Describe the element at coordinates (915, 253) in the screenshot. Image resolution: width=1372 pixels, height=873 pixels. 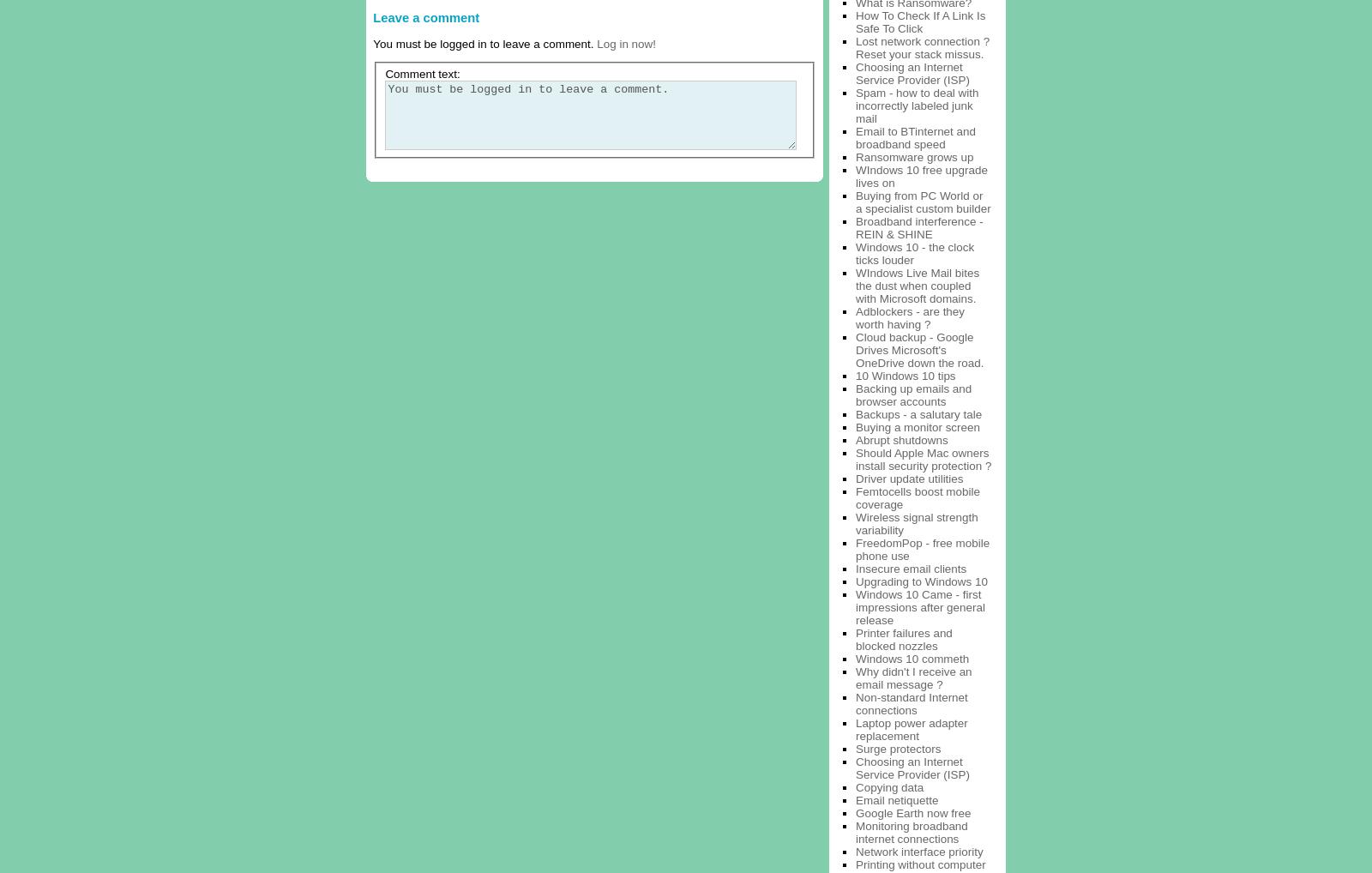
I see `'Windows 10 - the clock ticks louder'` at that location.